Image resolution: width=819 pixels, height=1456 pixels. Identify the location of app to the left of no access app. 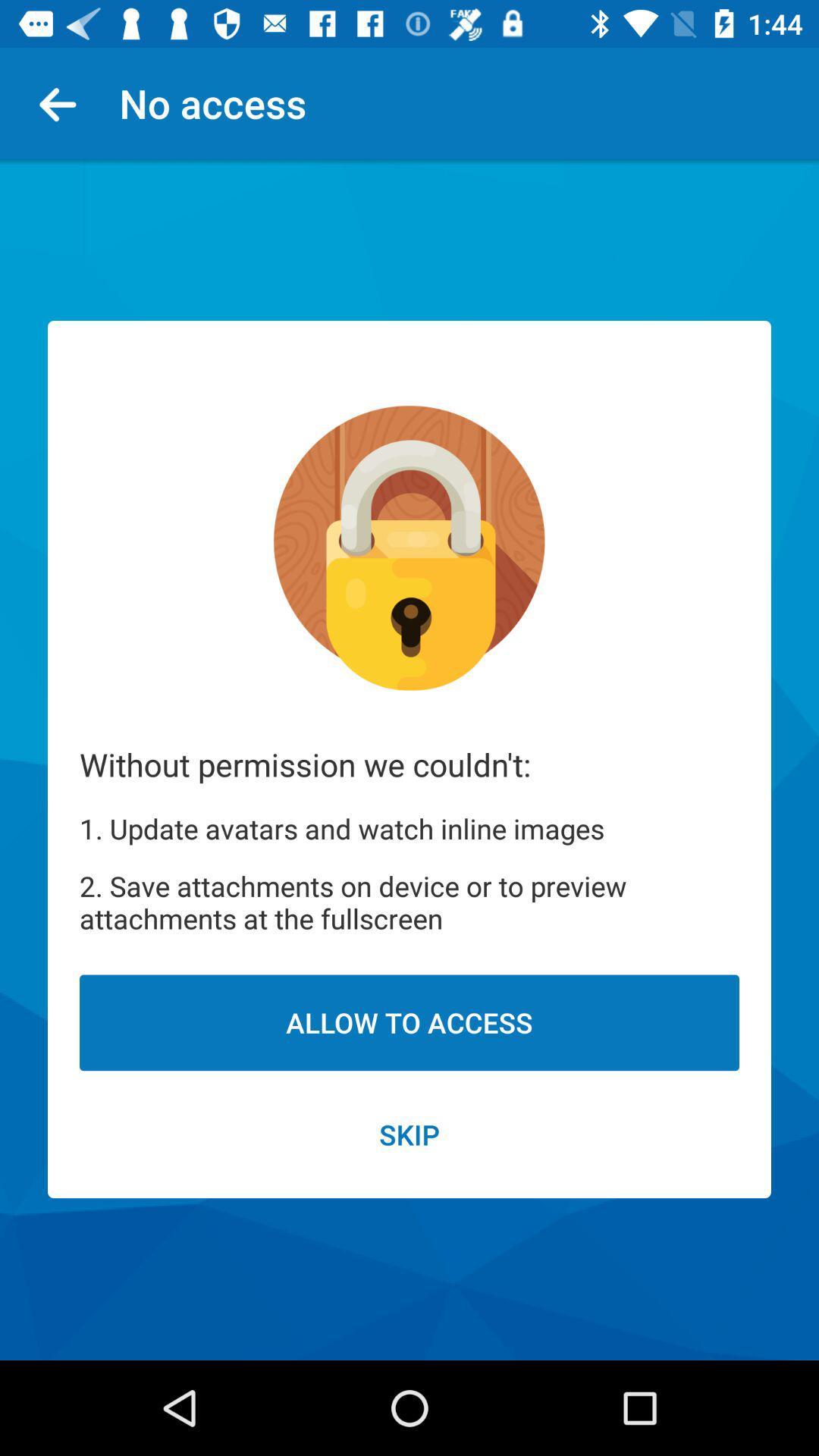
(63, 102).